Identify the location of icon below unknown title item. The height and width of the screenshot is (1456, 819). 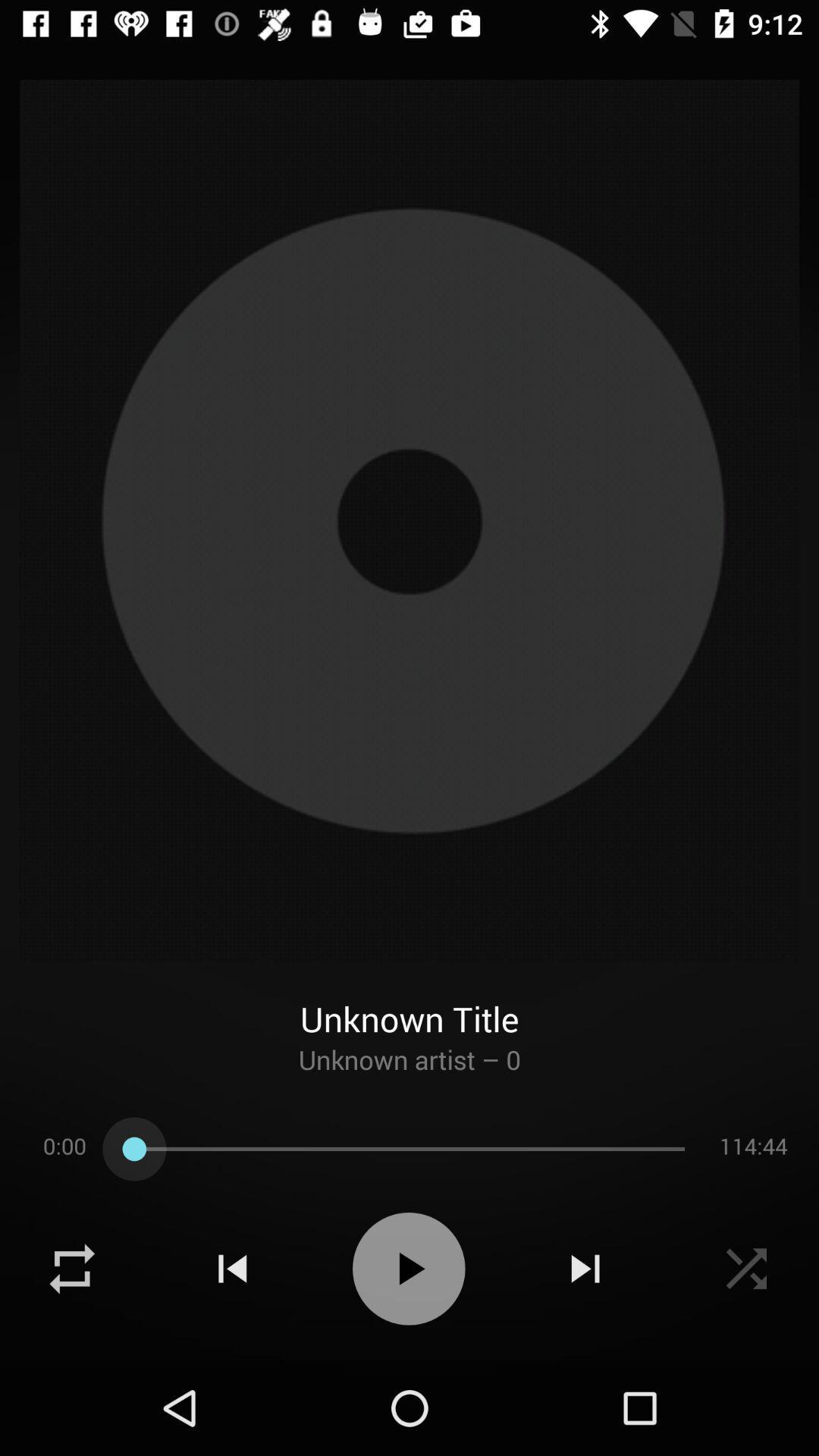
(409, 1073).